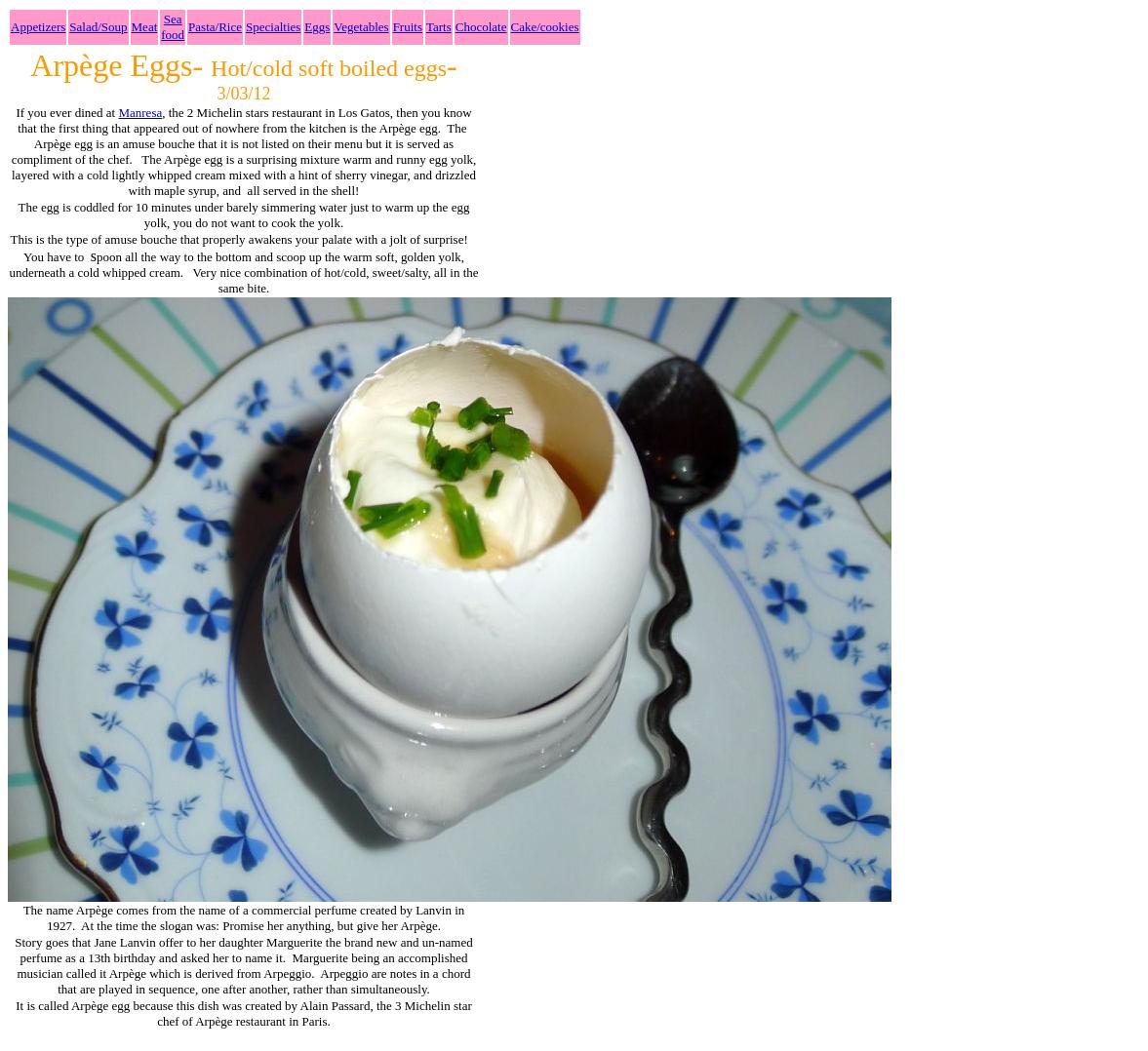  I want to click on 'Story goes that Jane Lanvin offer to her 
daughter Marguerite the brand new and un-named perfume as a 13th birthday and 
asked her to name it.  Marguerite being an accomplished musician called it 
Arpège which is derived from Arpeggio.  Arpeggio are notes in a chord that 
are played in sequence, one after another, rather than simultaneously.', so click(242, 965).